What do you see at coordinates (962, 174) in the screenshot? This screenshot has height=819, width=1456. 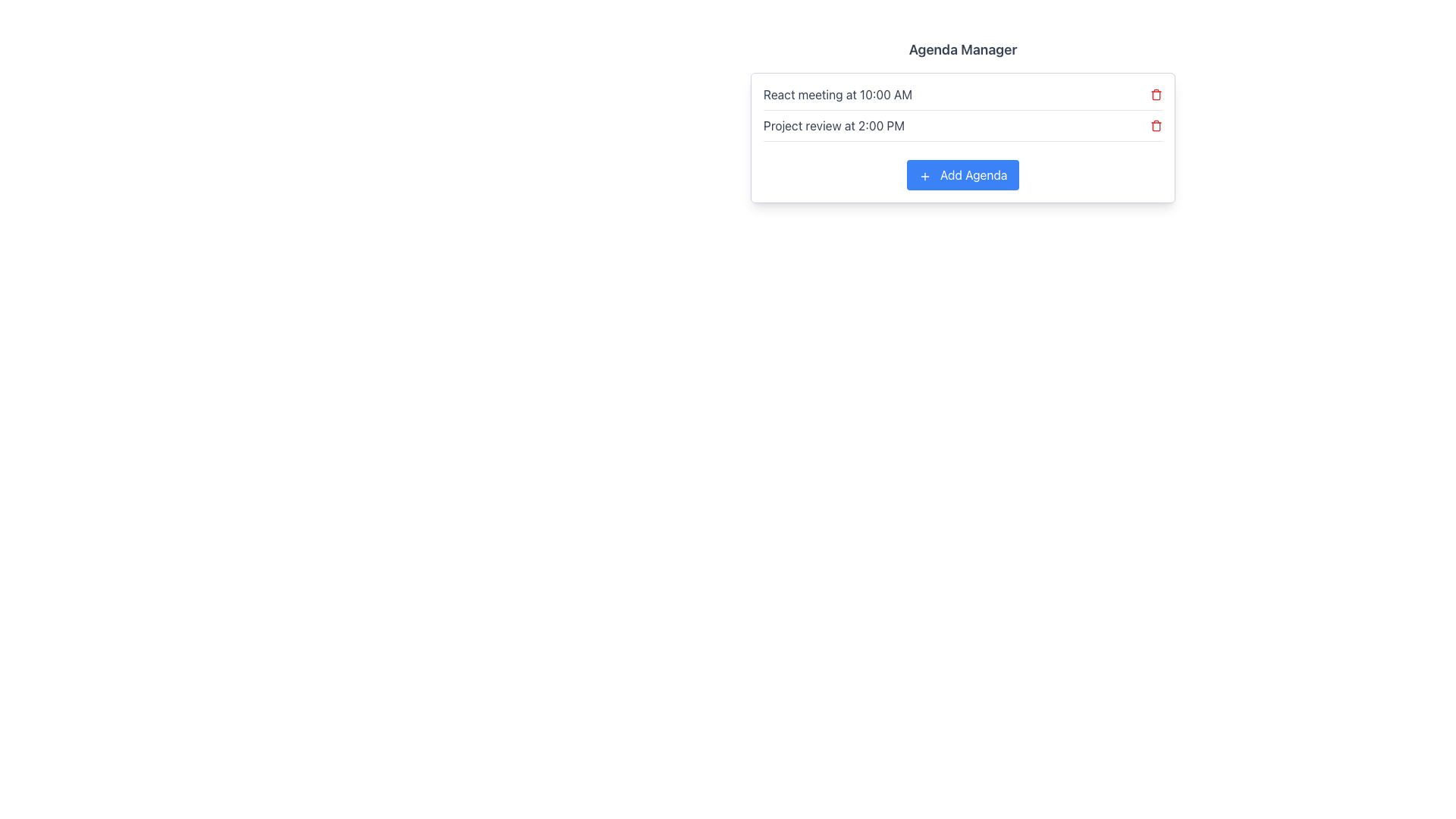 I see `the button that allows users to add a new agenda entry, located at the bottom of a white card, to change its background color` at bounding box center [962, 174].